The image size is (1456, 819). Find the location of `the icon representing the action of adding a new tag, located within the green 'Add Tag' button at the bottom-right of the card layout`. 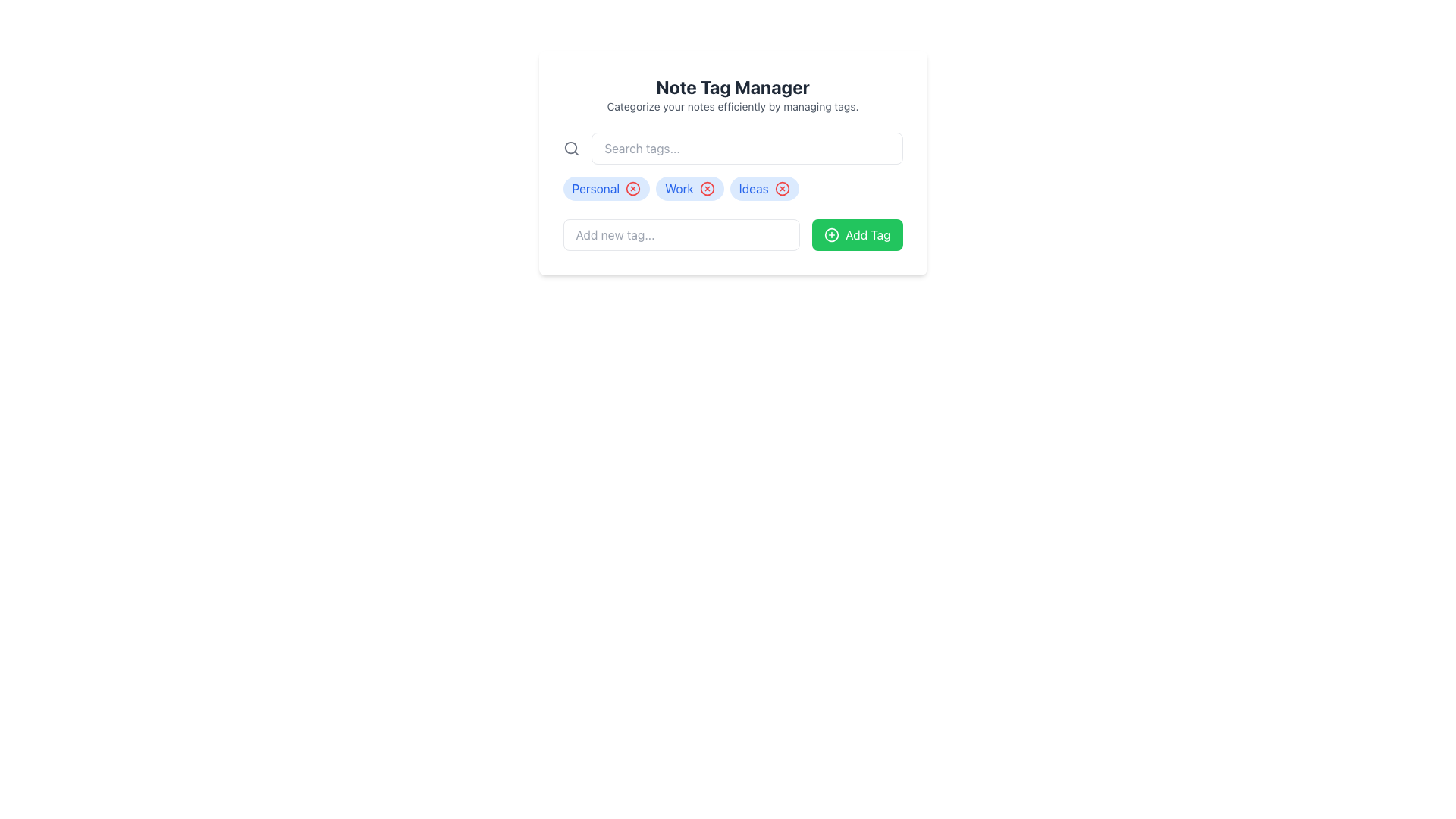

the icon representing the action of adding a new tag, located within the green 'Add Tag' button at the bottom-right of the card layout is located at coordinates (831, 234).